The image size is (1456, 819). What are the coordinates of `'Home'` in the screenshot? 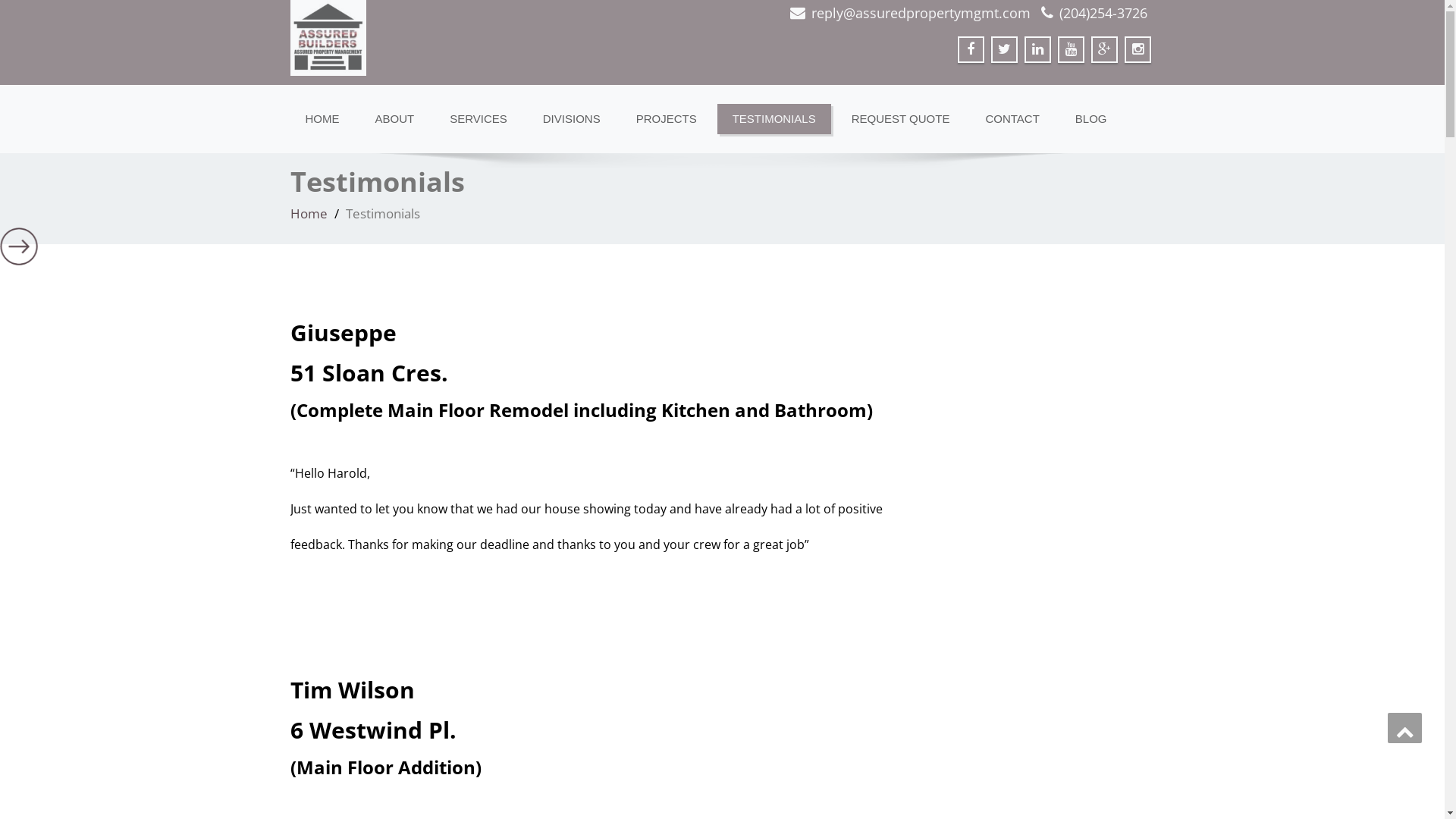 It's located at (290, 213).